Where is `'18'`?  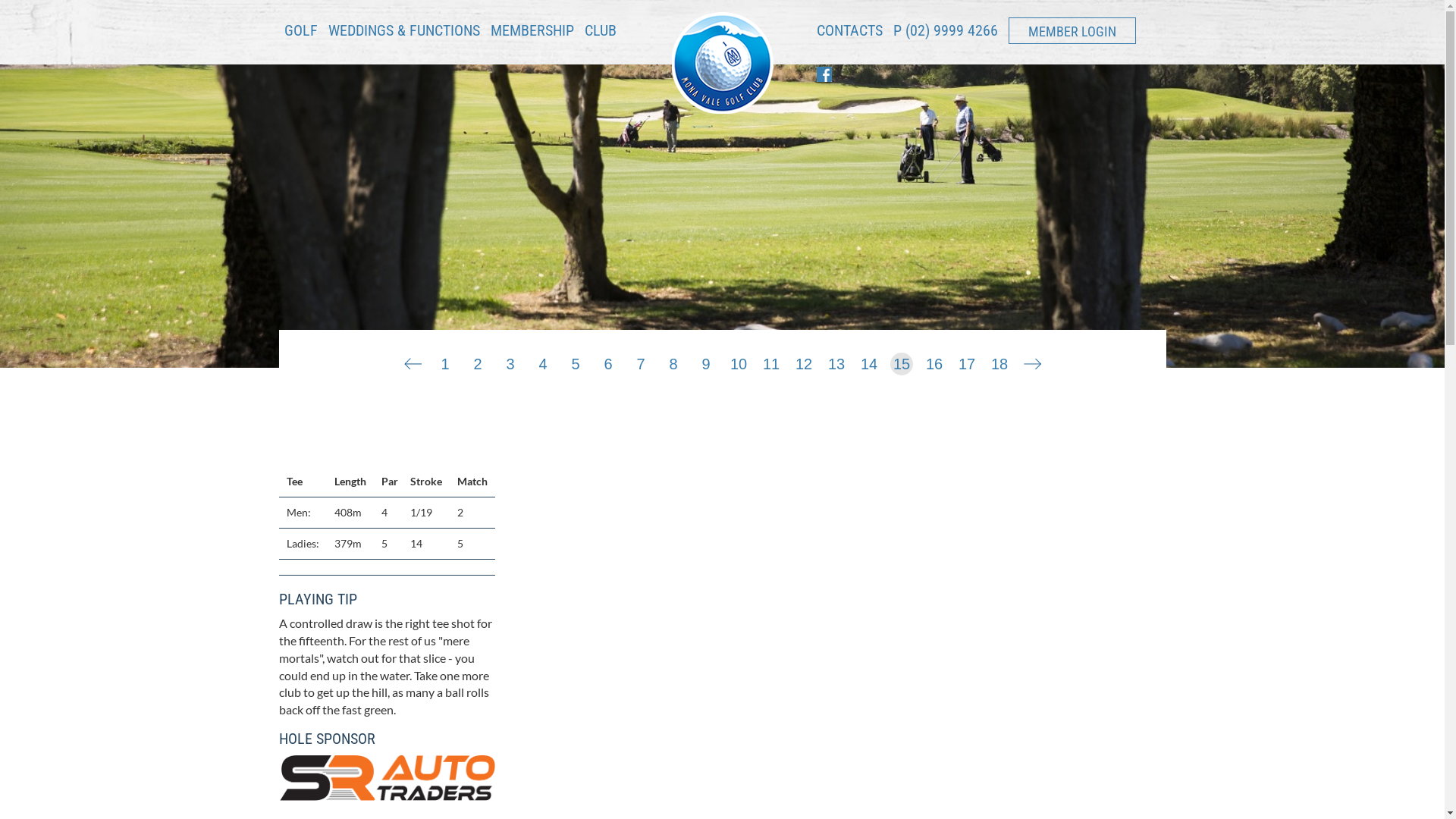 '18' is located at coordinates (999, 360).